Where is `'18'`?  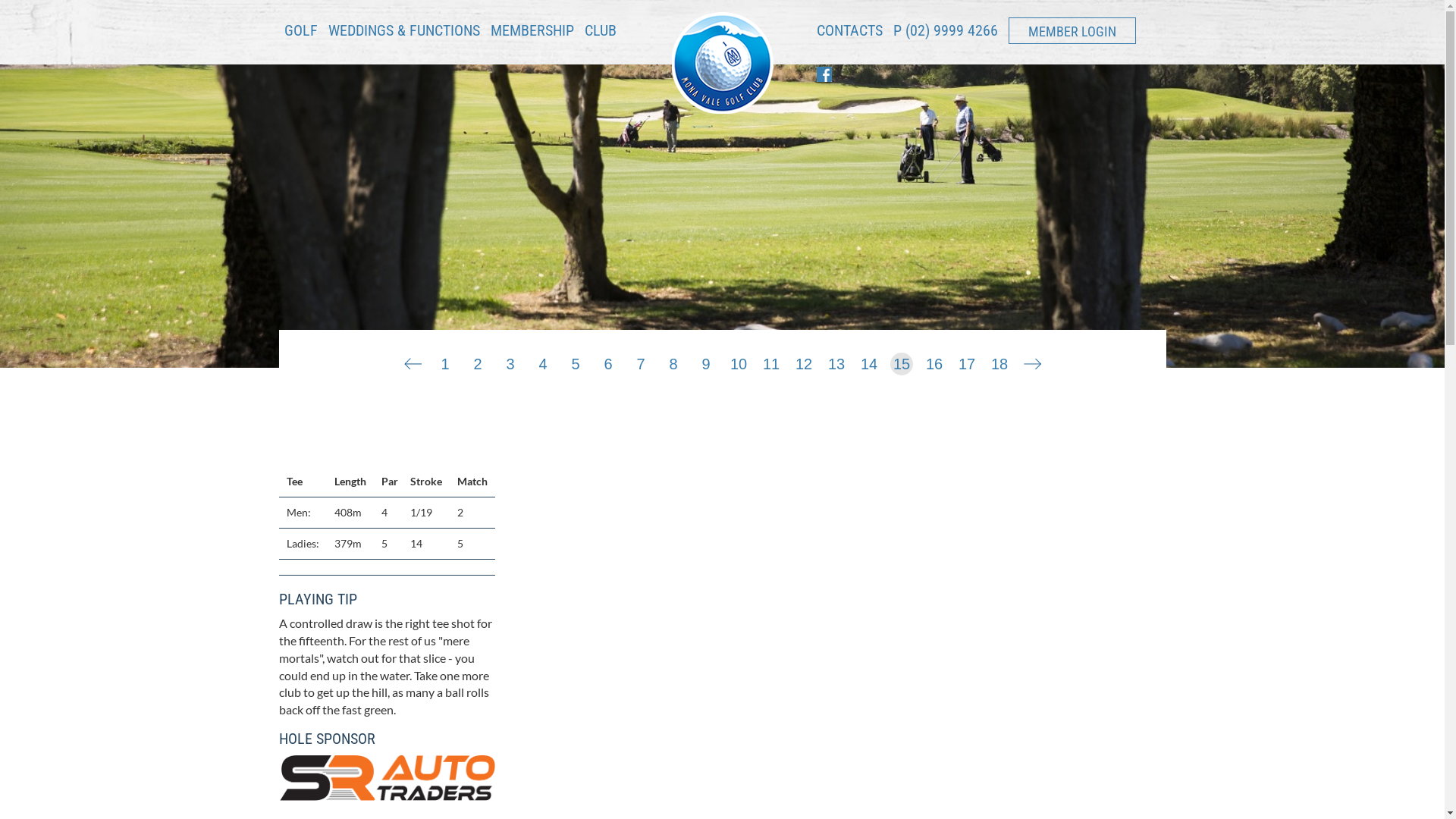 '18' is located at coordinates (999, 360).